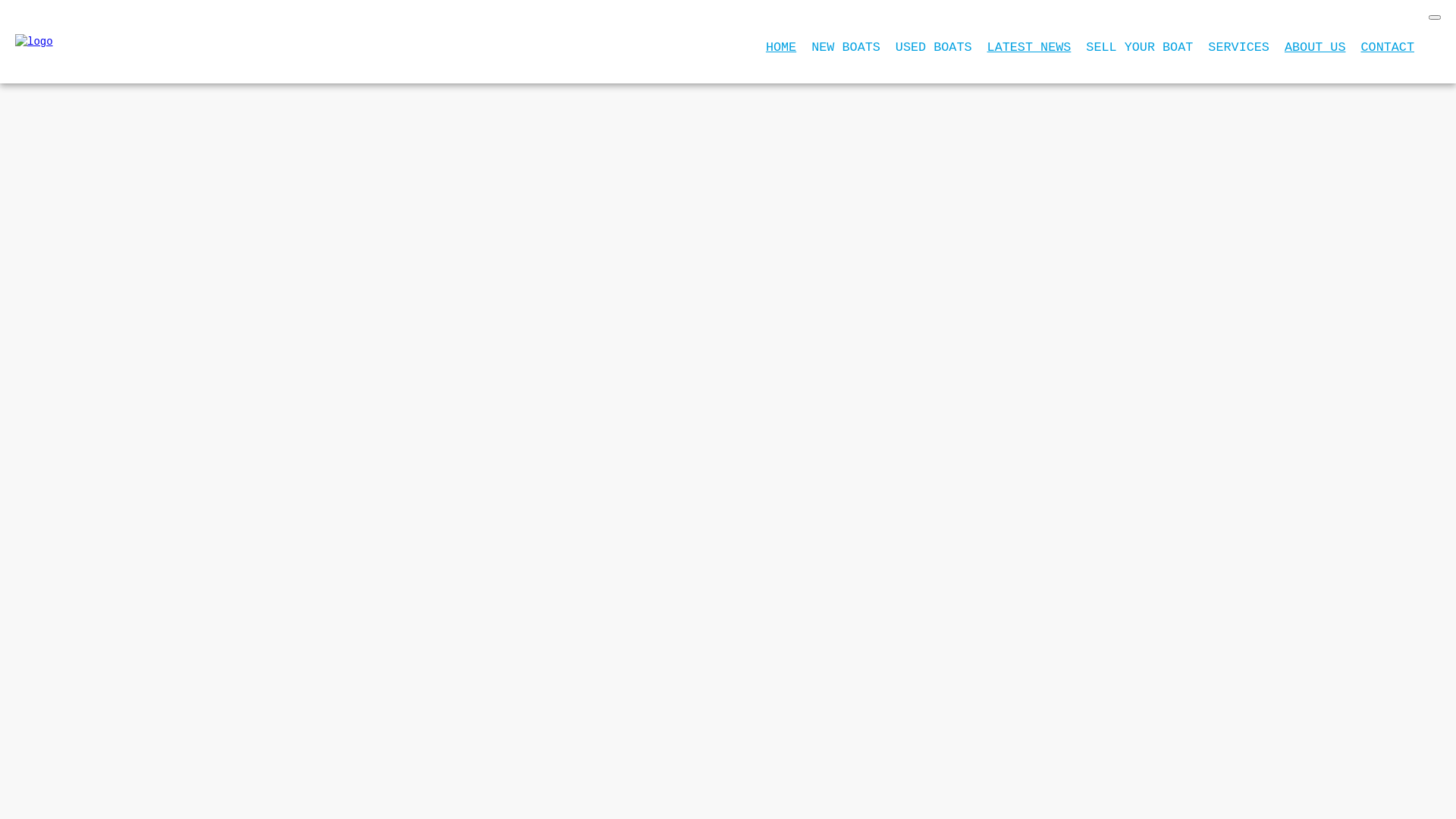  What do you see at coordinates (1139, 46) in the screenshot?
I see `'SELL YOUR BOAT'` at bounding box center [1139, 46].